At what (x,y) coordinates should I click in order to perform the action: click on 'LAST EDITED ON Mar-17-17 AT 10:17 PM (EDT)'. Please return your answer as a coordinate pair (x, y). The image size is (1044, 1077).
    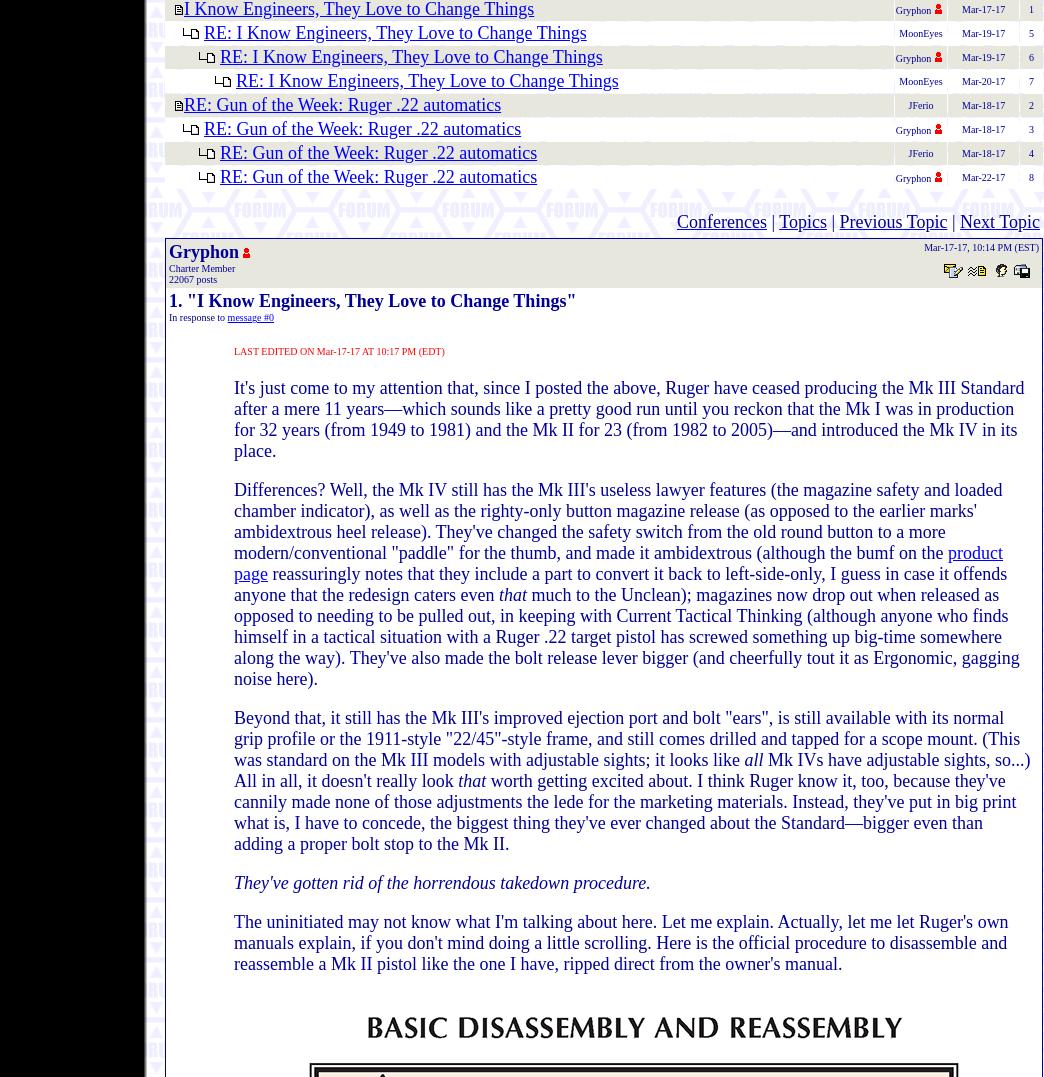
    Looking at the image, I should click on (338, 350).